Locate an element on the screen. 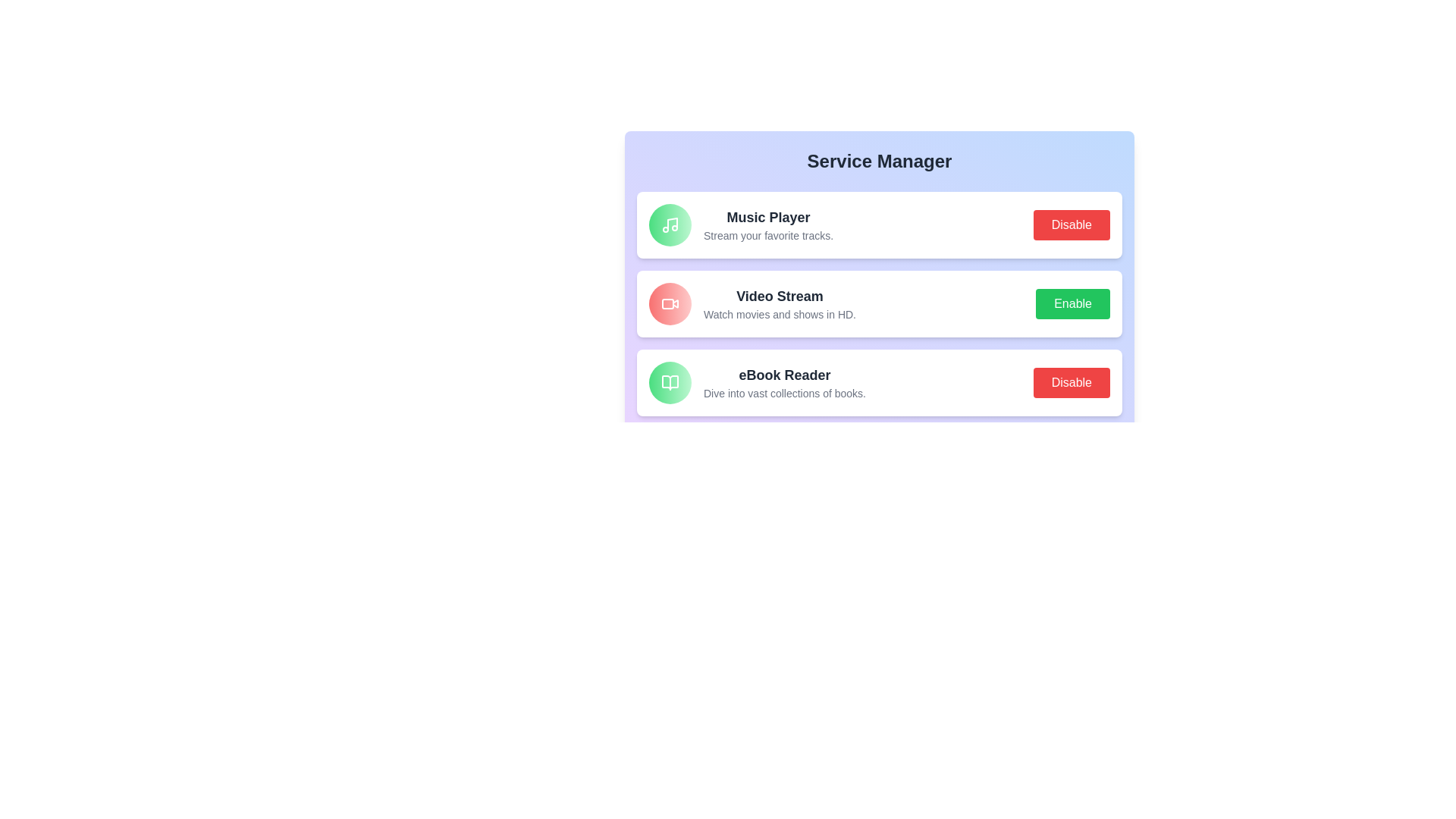 This screenshot has height=819, width=1456. the icon of the service Music Player is located at coordinates (669, 225).